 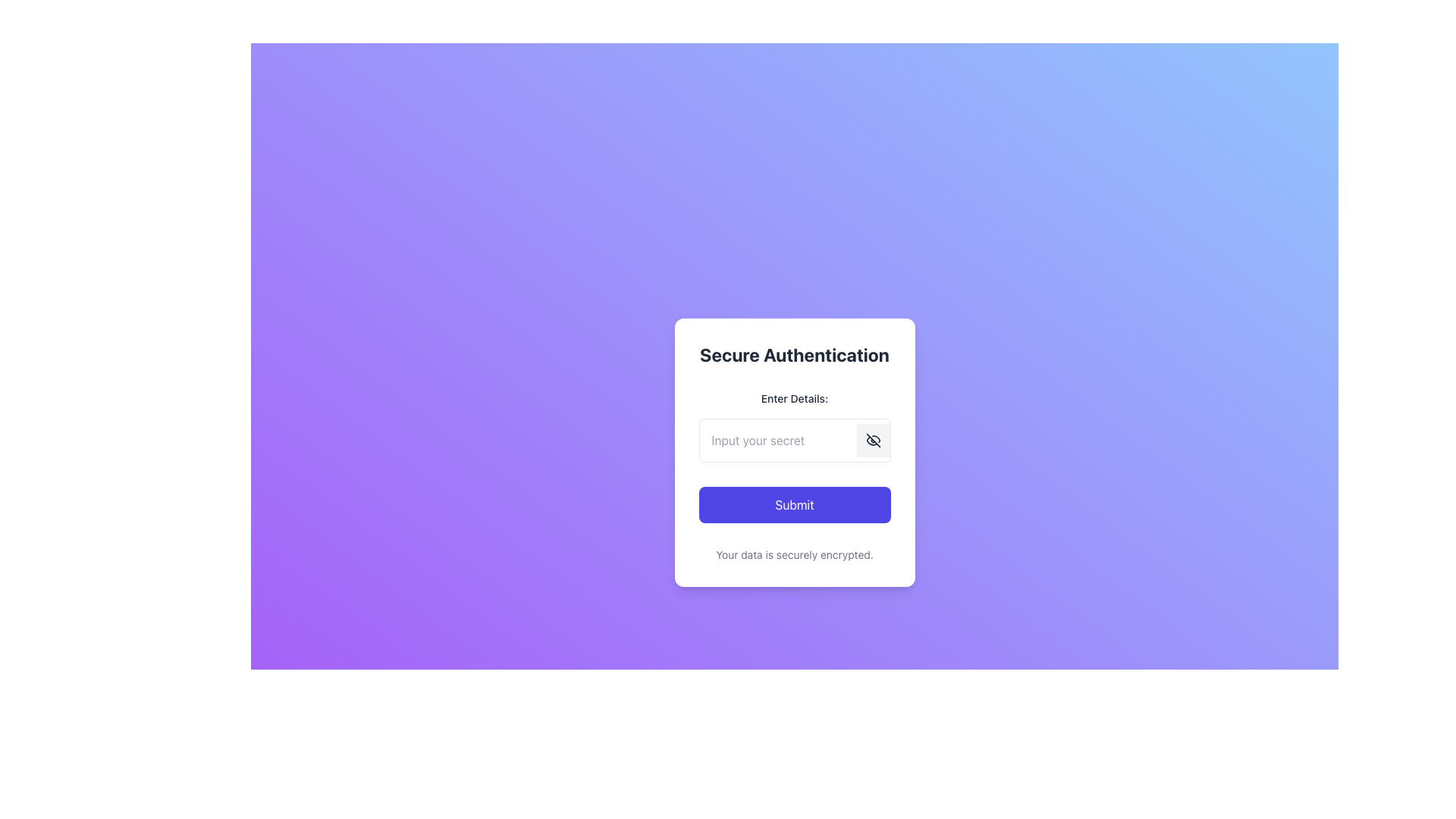 What do you see at coordinates (873, 441) in the screenshot?
I see `the eye icon in the authentication form` at bounding box center [873, 441].